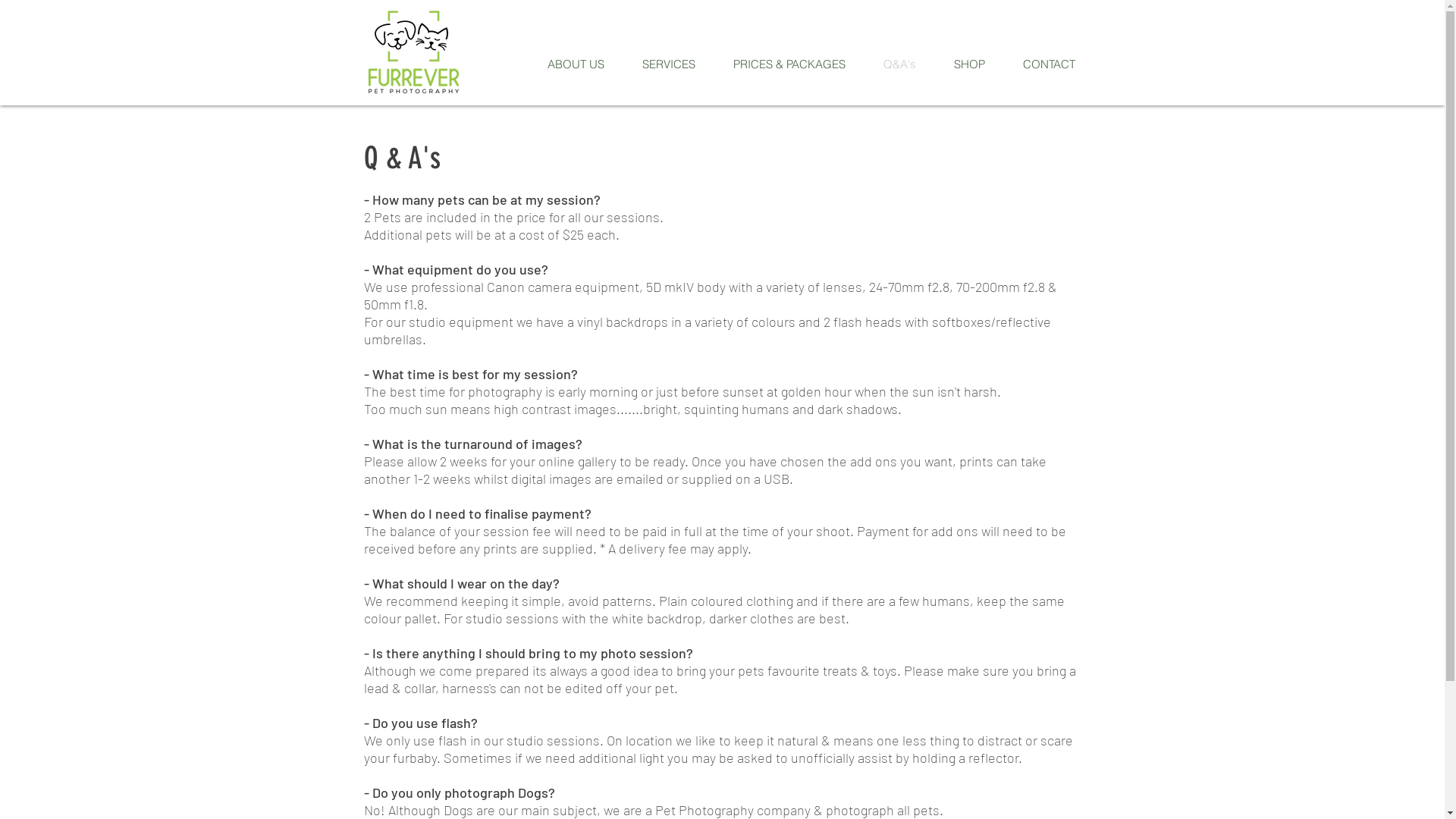 The image size is (1456, 819). Describe the element at coordinates (899, 63) in the screenshot. I see `'Q&A's'` at that location.